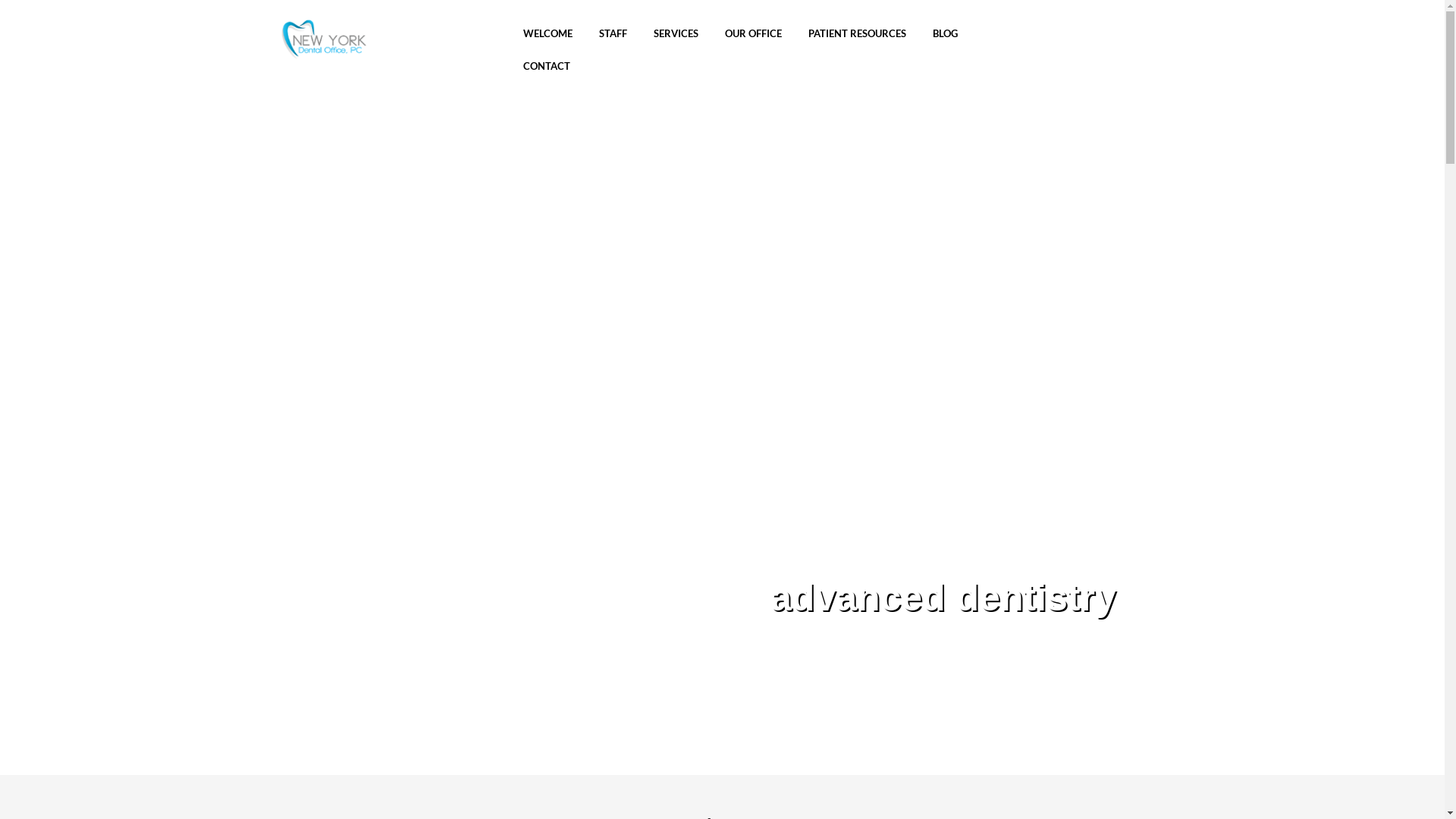 This screenshot has height=819, width=1456. What do you see at coordinates (546, 67) in the screenshot?
I see `'CONTACT'` at bounding box center [546, 67].